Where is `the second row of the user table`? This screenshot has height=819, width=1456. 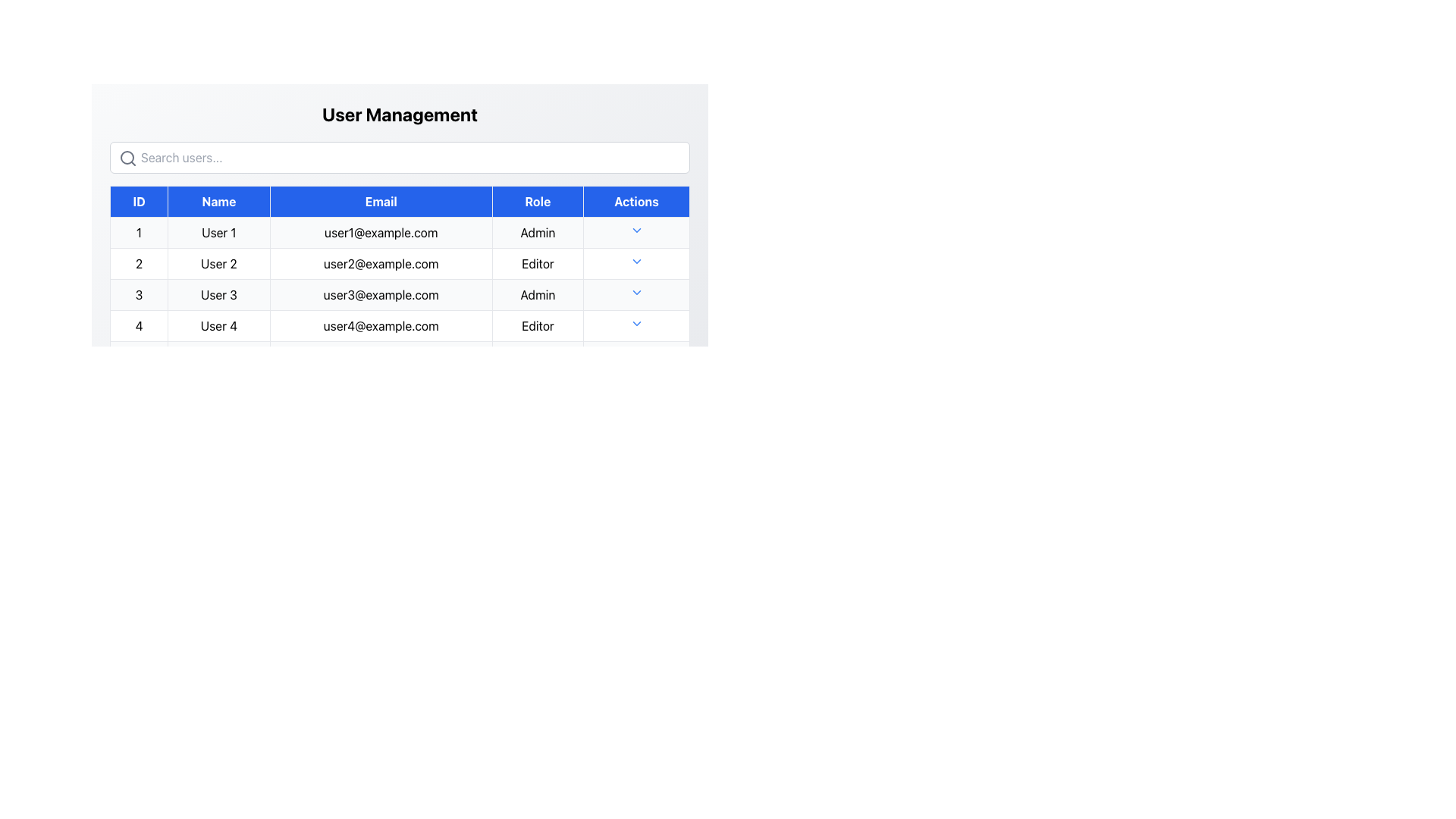
the second row of the user table is located at coordinates (400, 262).